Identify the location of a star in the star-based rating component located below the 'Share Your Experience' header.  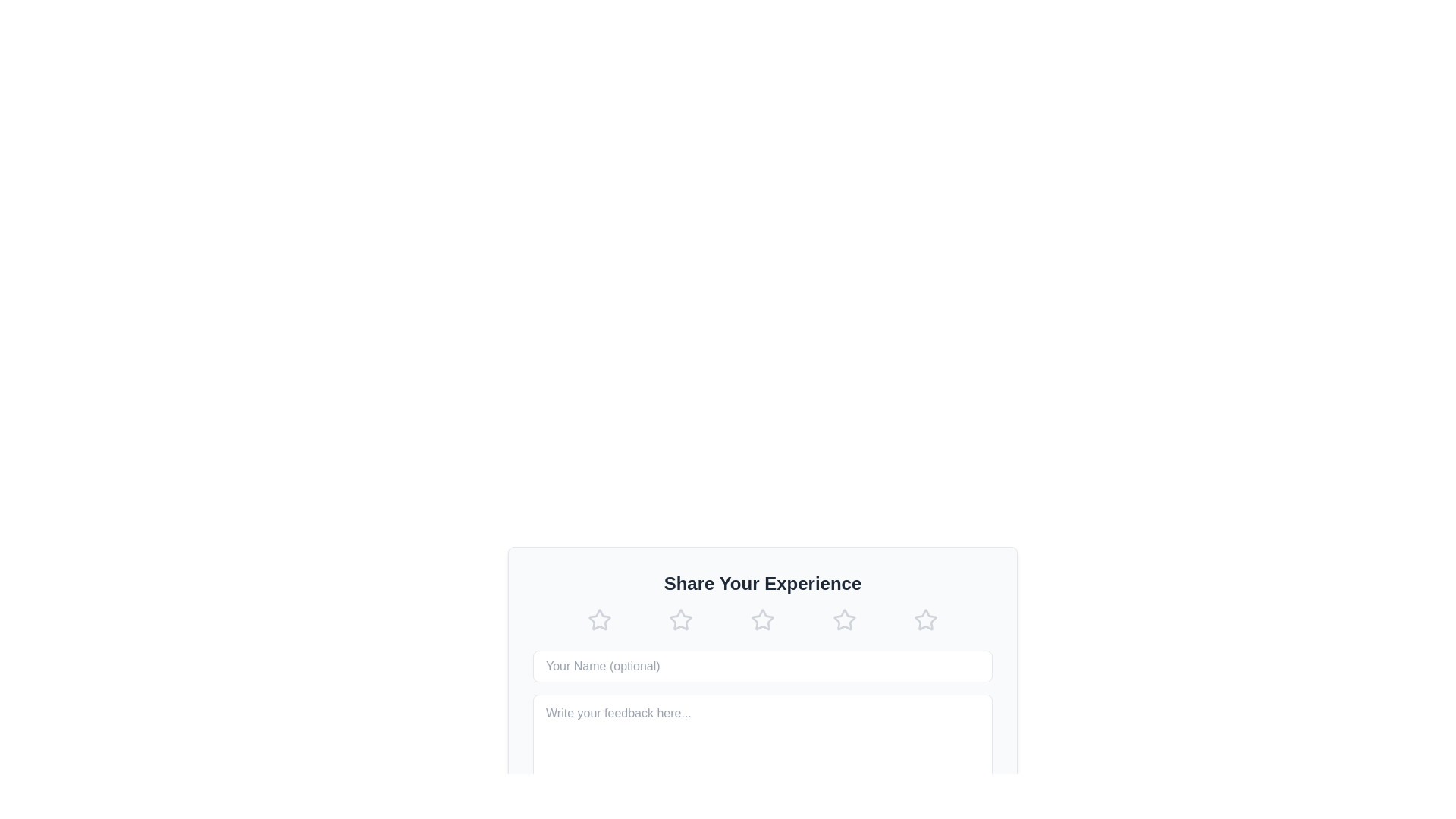
(763, 620).